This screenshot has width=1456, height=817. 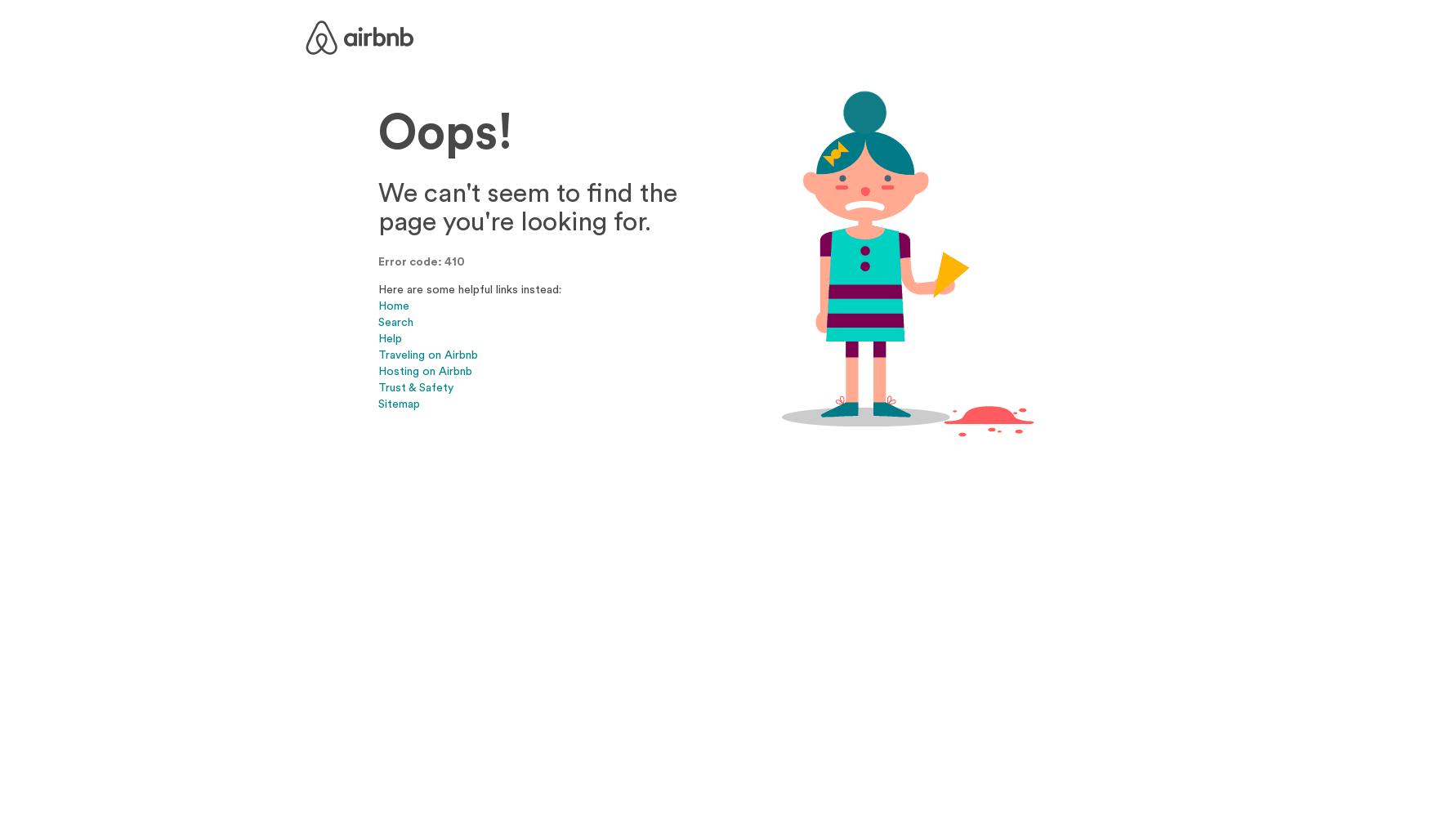 What do you see at coordinates (395, 321) in the screenshot?
I see `'Search'` at bounding box center [395, 321].